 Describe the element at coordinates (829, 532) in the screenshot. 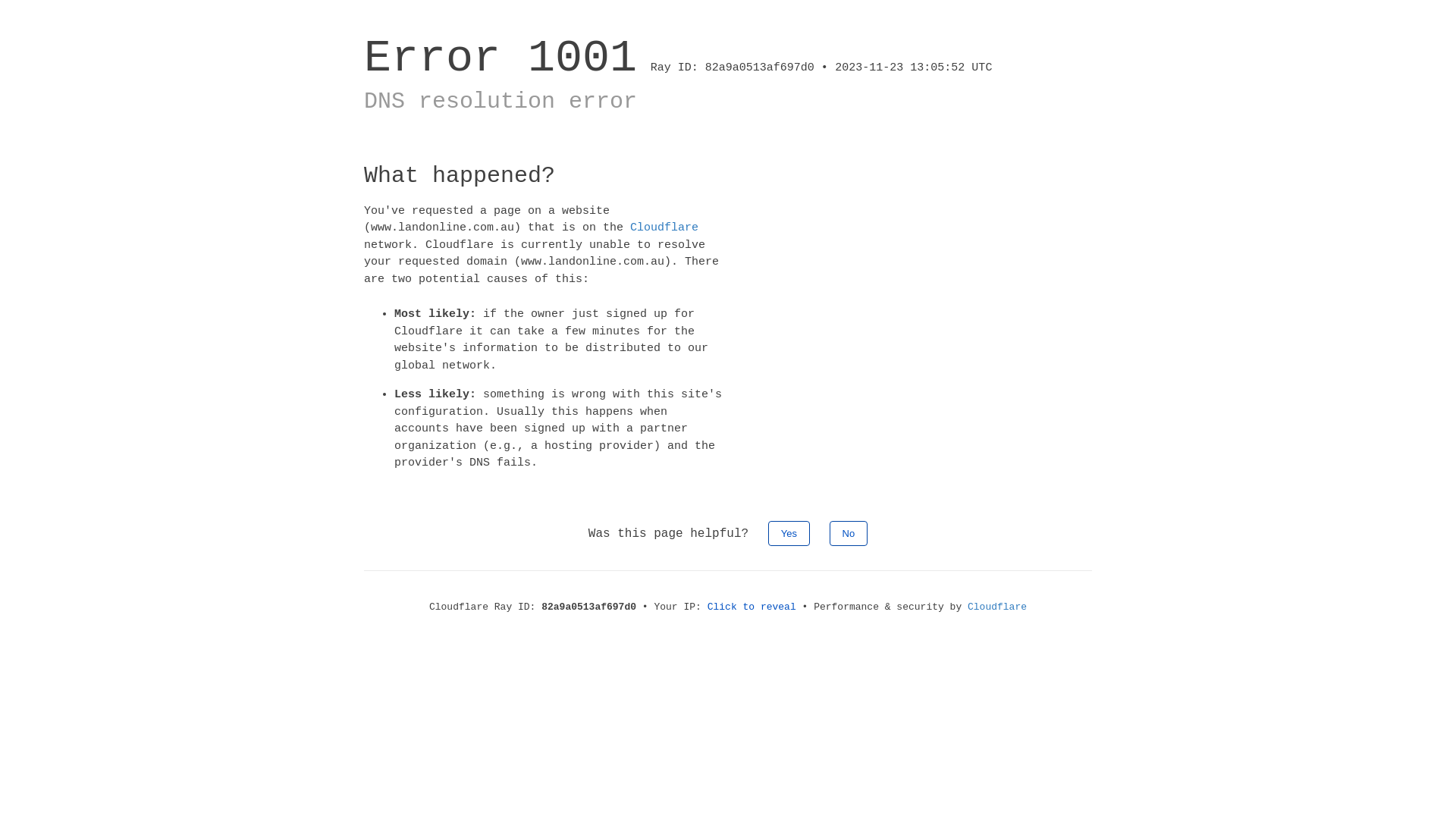

I see `'No'` at that location.